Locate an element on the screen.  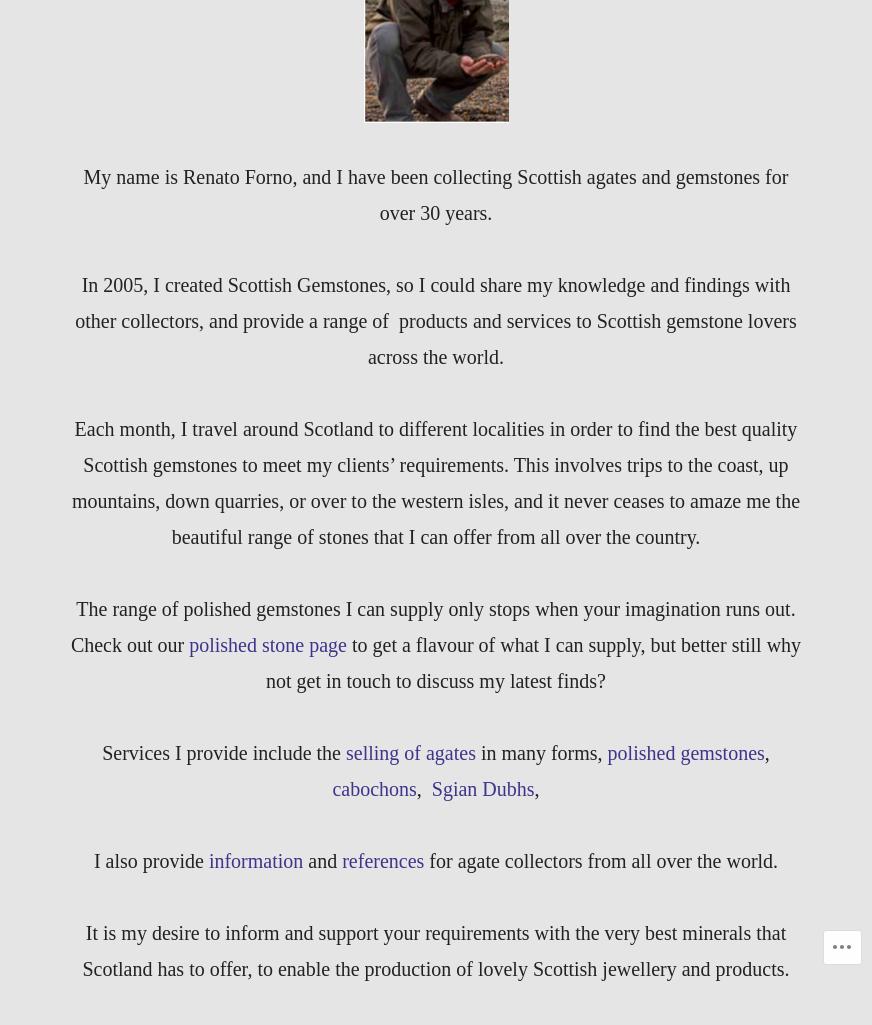
'Services I provide include the' is located at coordinates (222, 752).